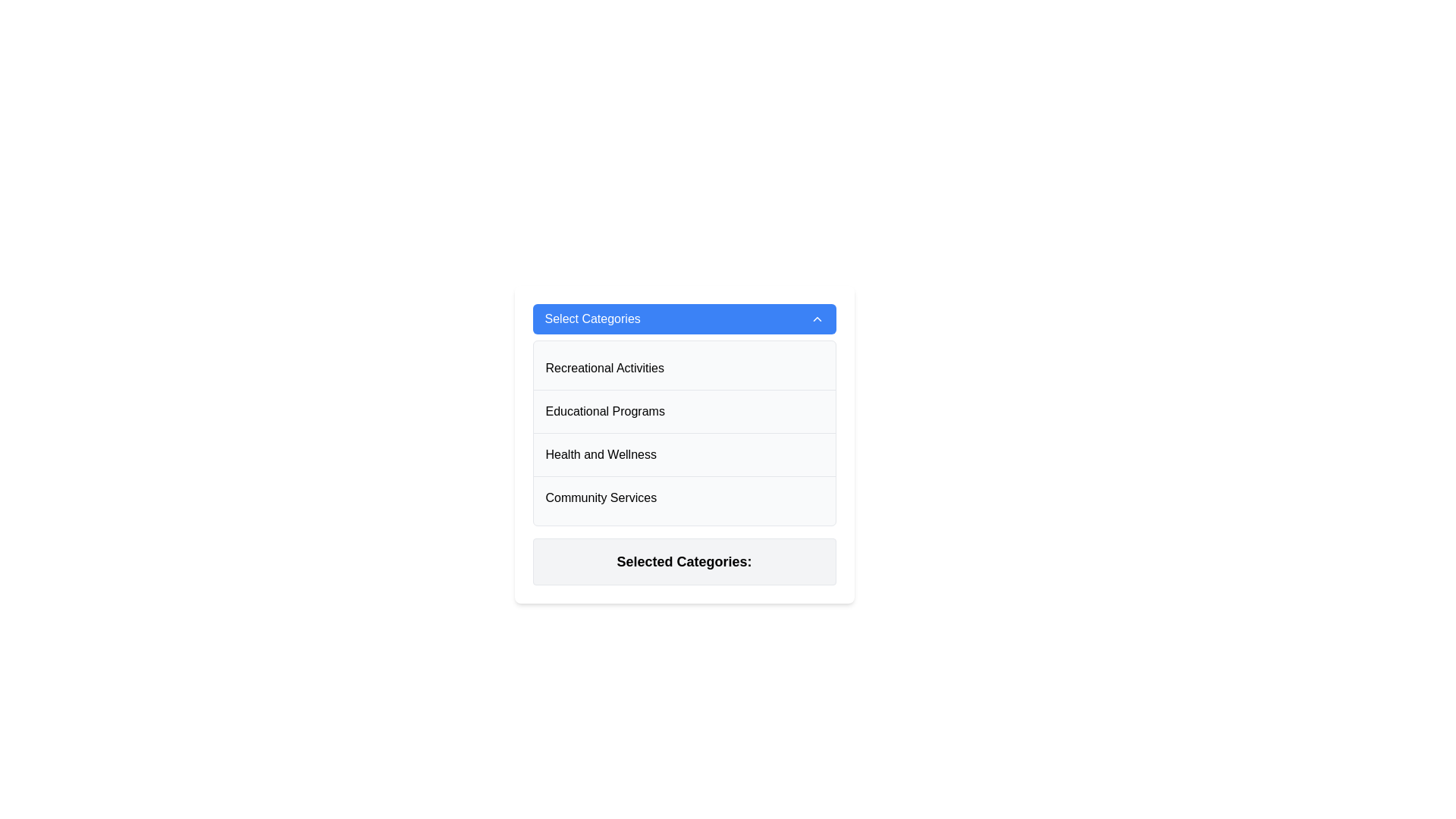  Describe the element at coordinates (816, 318) in the screenshot. I see `the toggle icon on the far right side of the blue 'Select Categories' header` at that location.